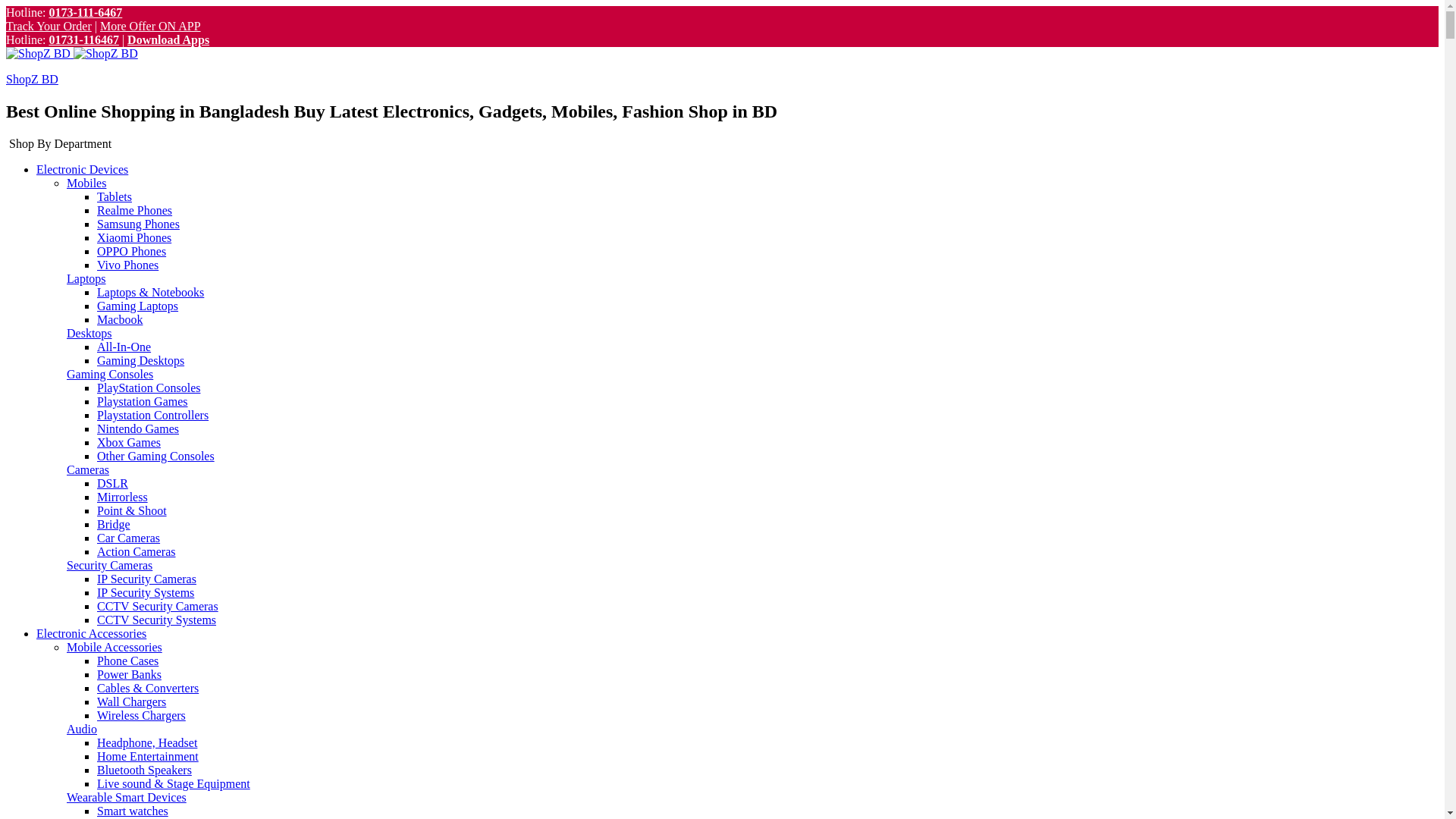  I want to click on 'Action Cameras', so click(136, 551).